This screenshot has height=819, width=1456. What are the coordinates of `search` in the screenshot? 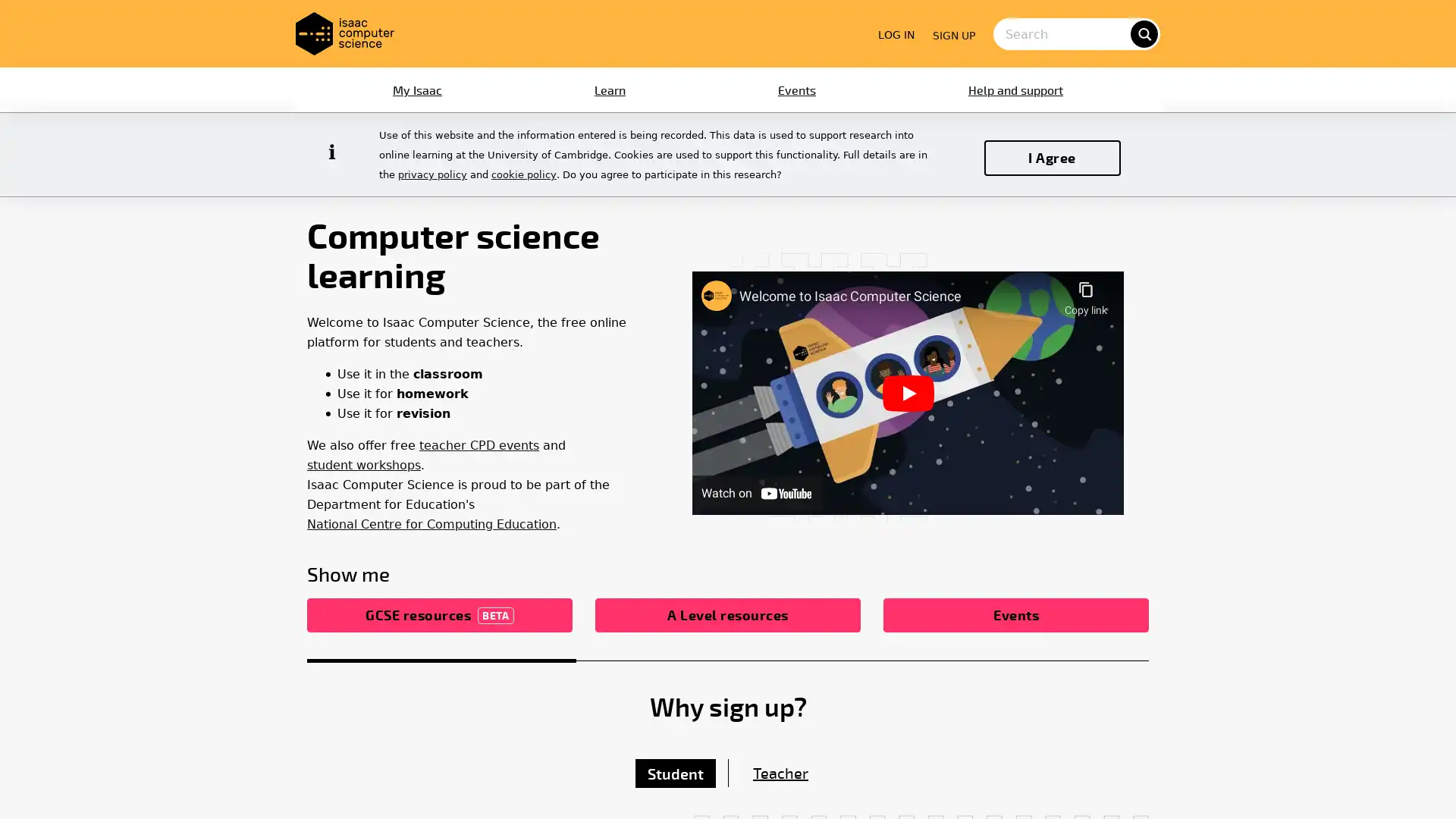 It's located at (1143, 33).